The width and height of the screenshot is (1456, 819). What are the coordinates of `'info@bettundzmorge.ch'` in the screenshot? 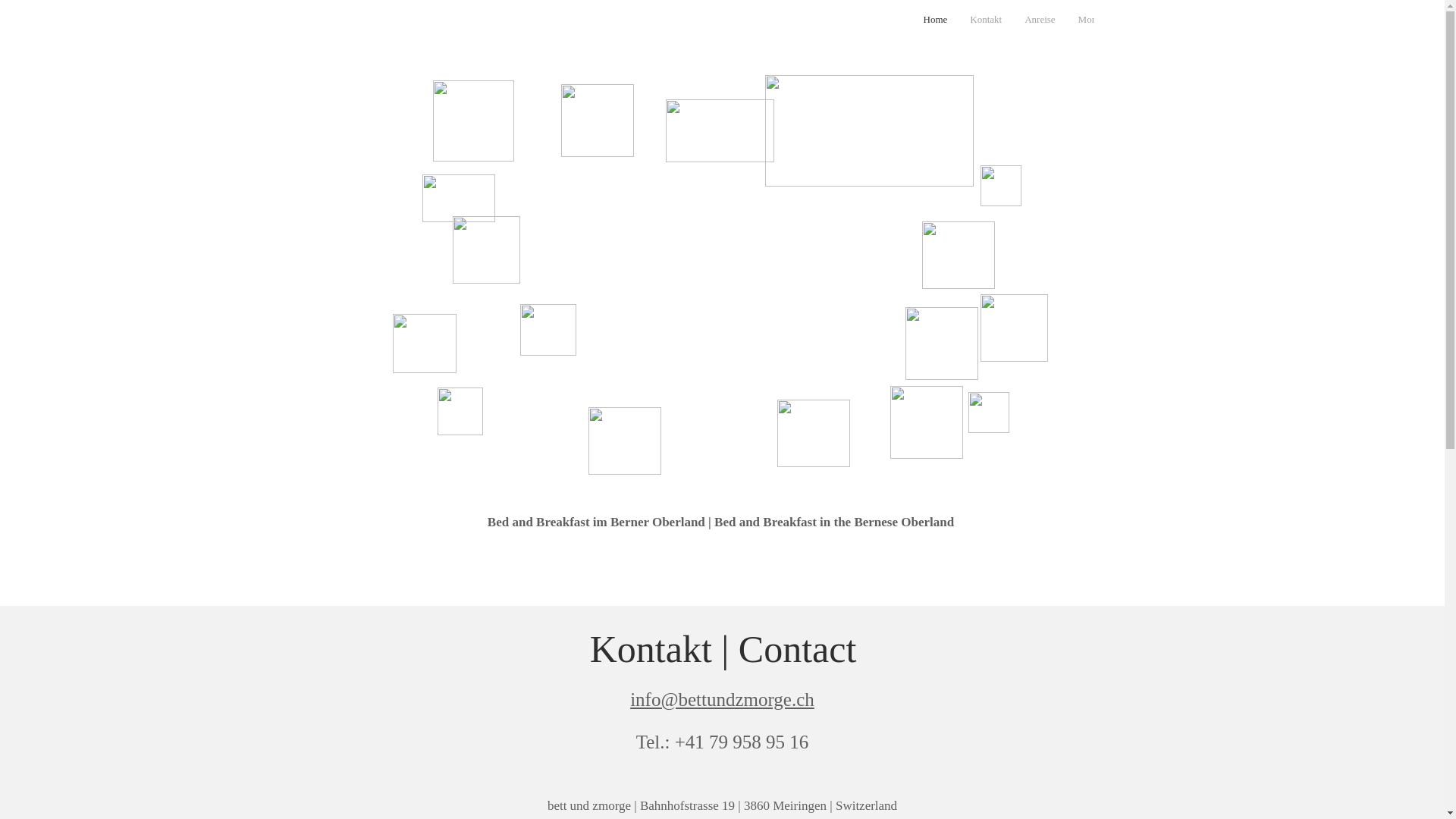 It's located at (721, 699).